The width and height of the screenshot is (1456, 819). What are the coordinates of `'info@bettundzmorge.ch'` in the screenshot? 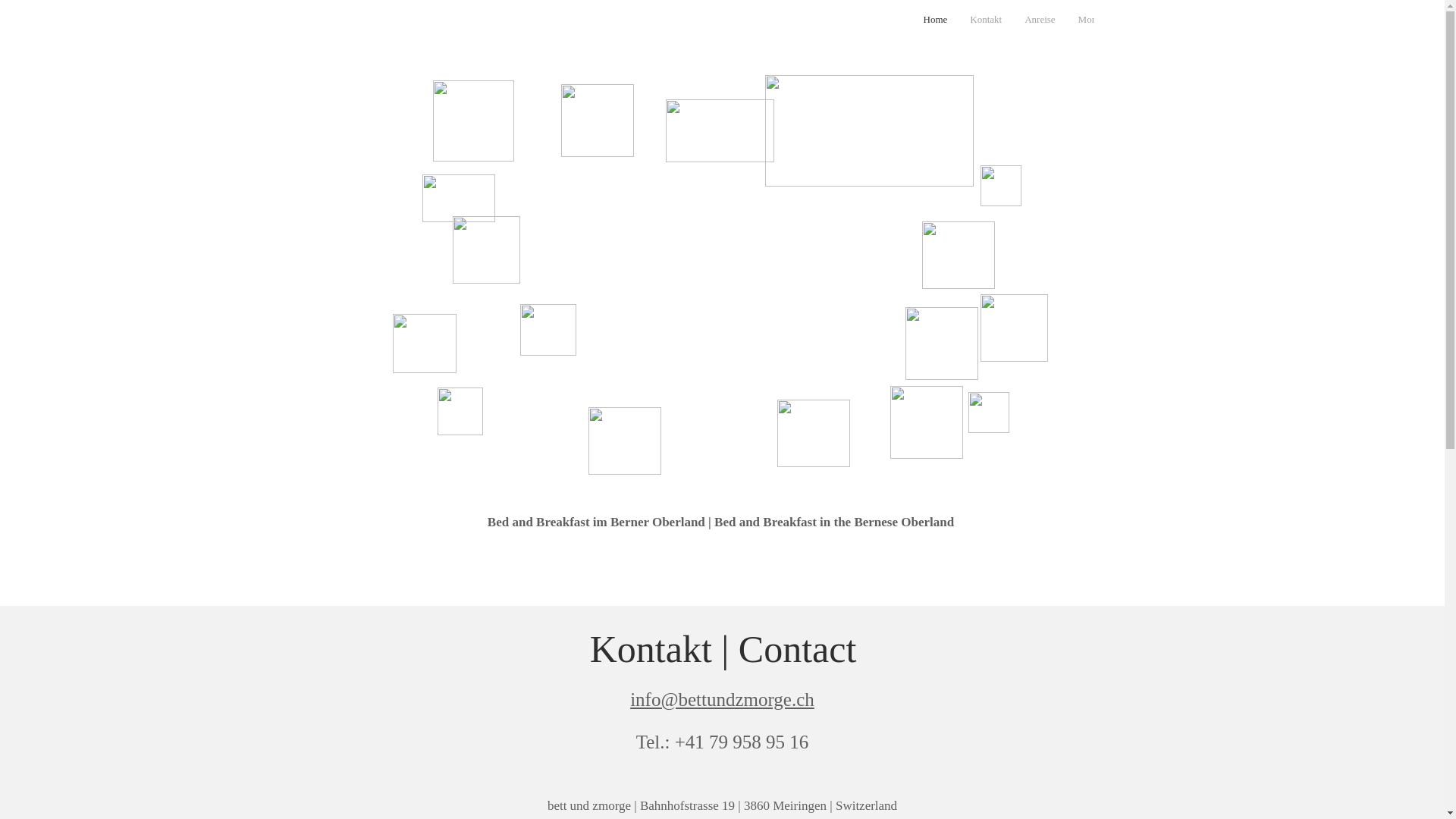 It's located at (721, 699).